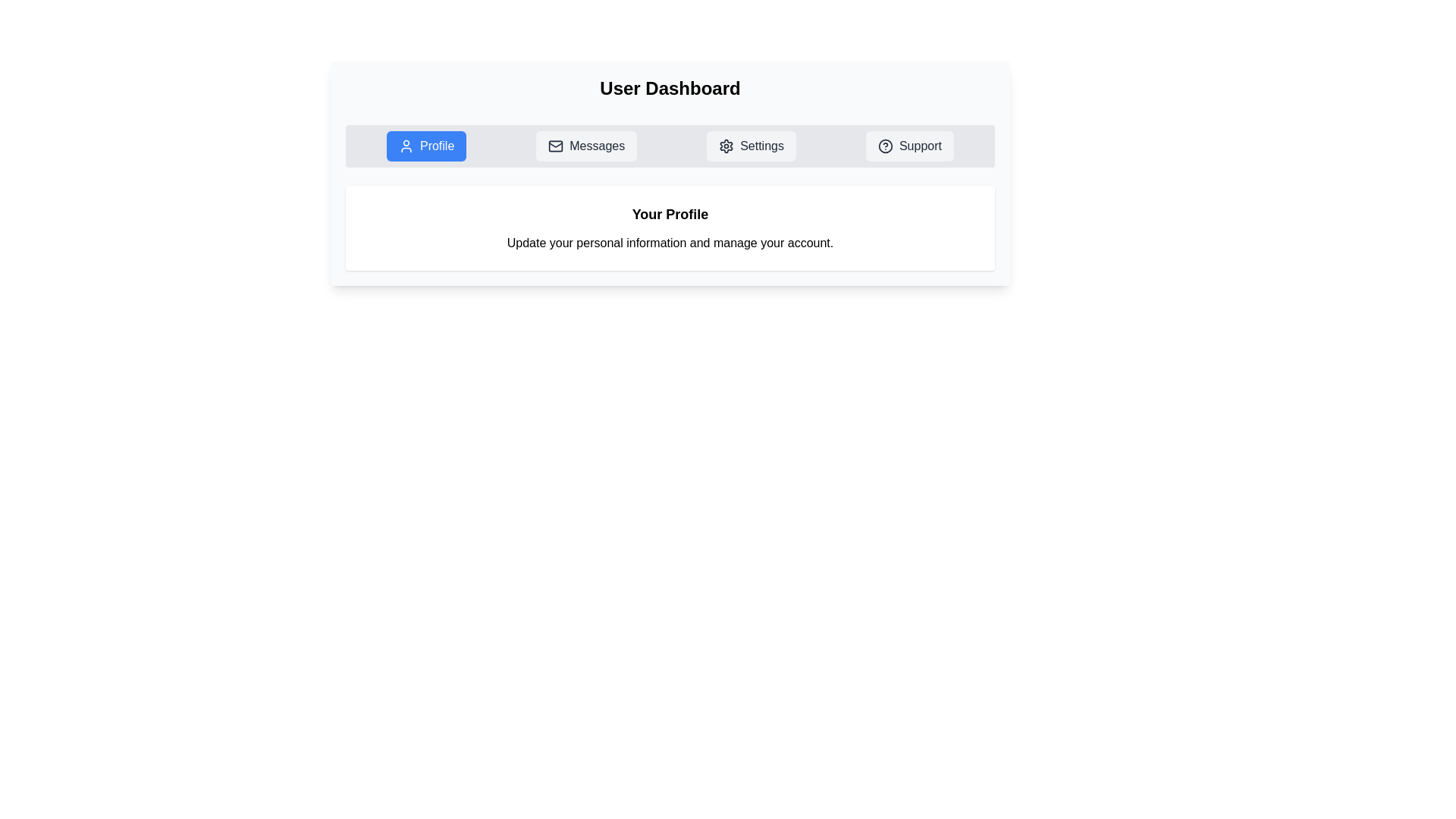  What do you see at coordinates (726, 146) in the screenshot?
I see `the settings icon located in the navigation bar, which is the third menu option from the left, representing tools or configuration options` at bounding box center [726, 146].